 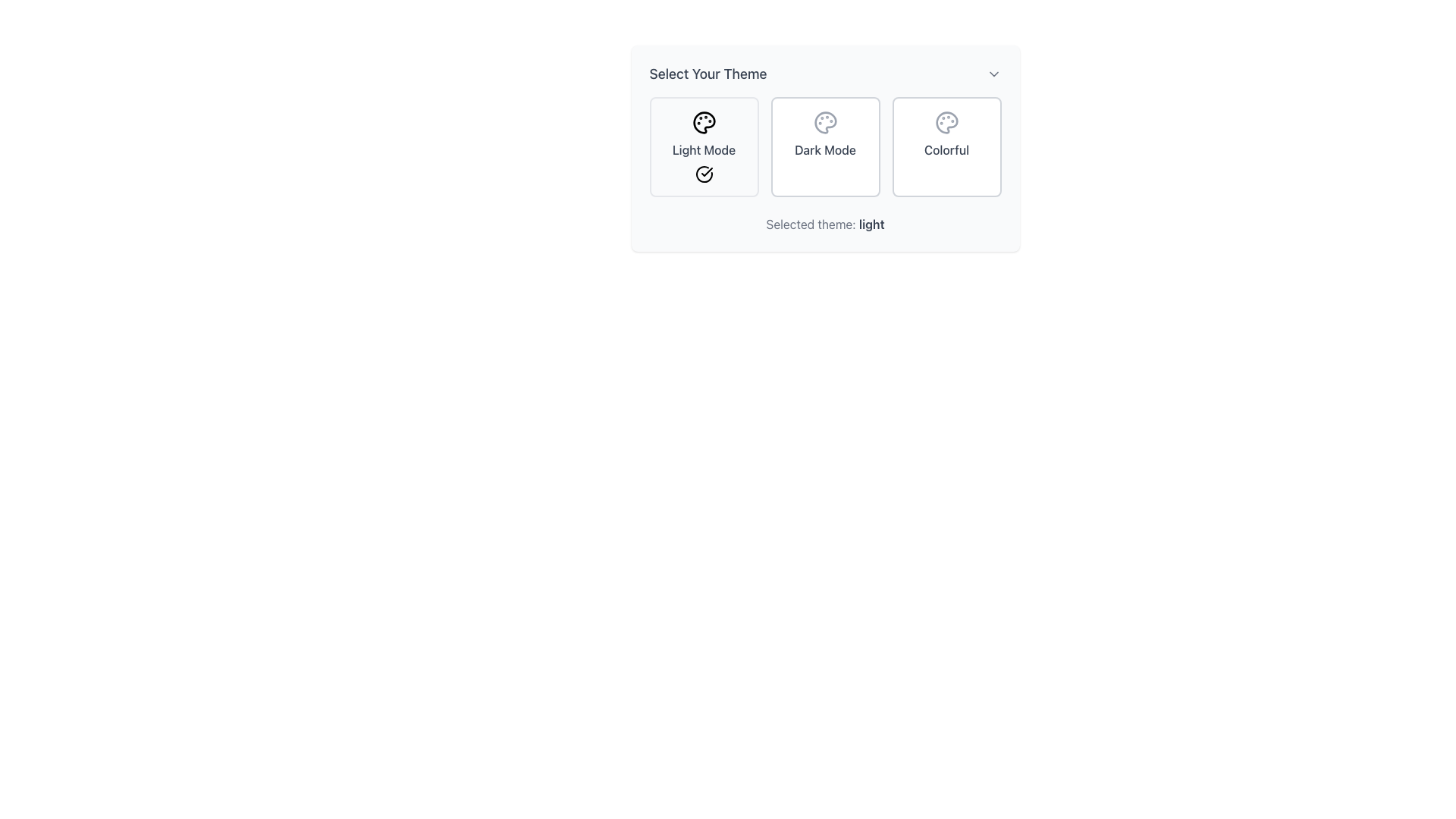 What do you see at coordinates (993, 74) in the screenshot?
I see `the downward-pointing chevron icon indicating a dropdown` at bounding box center [993, 74].